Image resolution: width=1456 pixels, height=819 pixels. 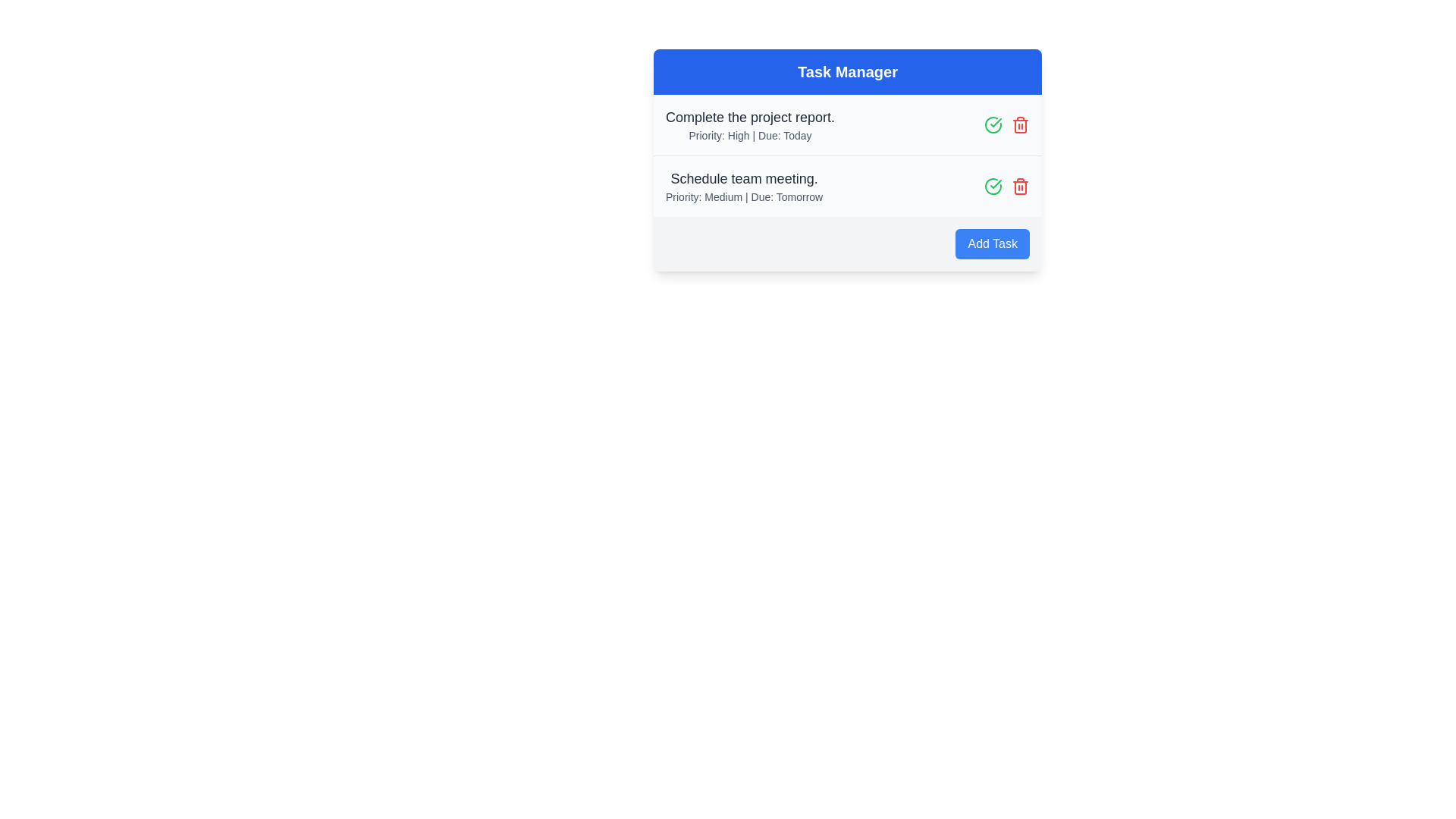 I want to click on the rectangular blue button labeled 'Add Task' located in the lower-right corner of the light gray panel, so click(x=993, y=243).